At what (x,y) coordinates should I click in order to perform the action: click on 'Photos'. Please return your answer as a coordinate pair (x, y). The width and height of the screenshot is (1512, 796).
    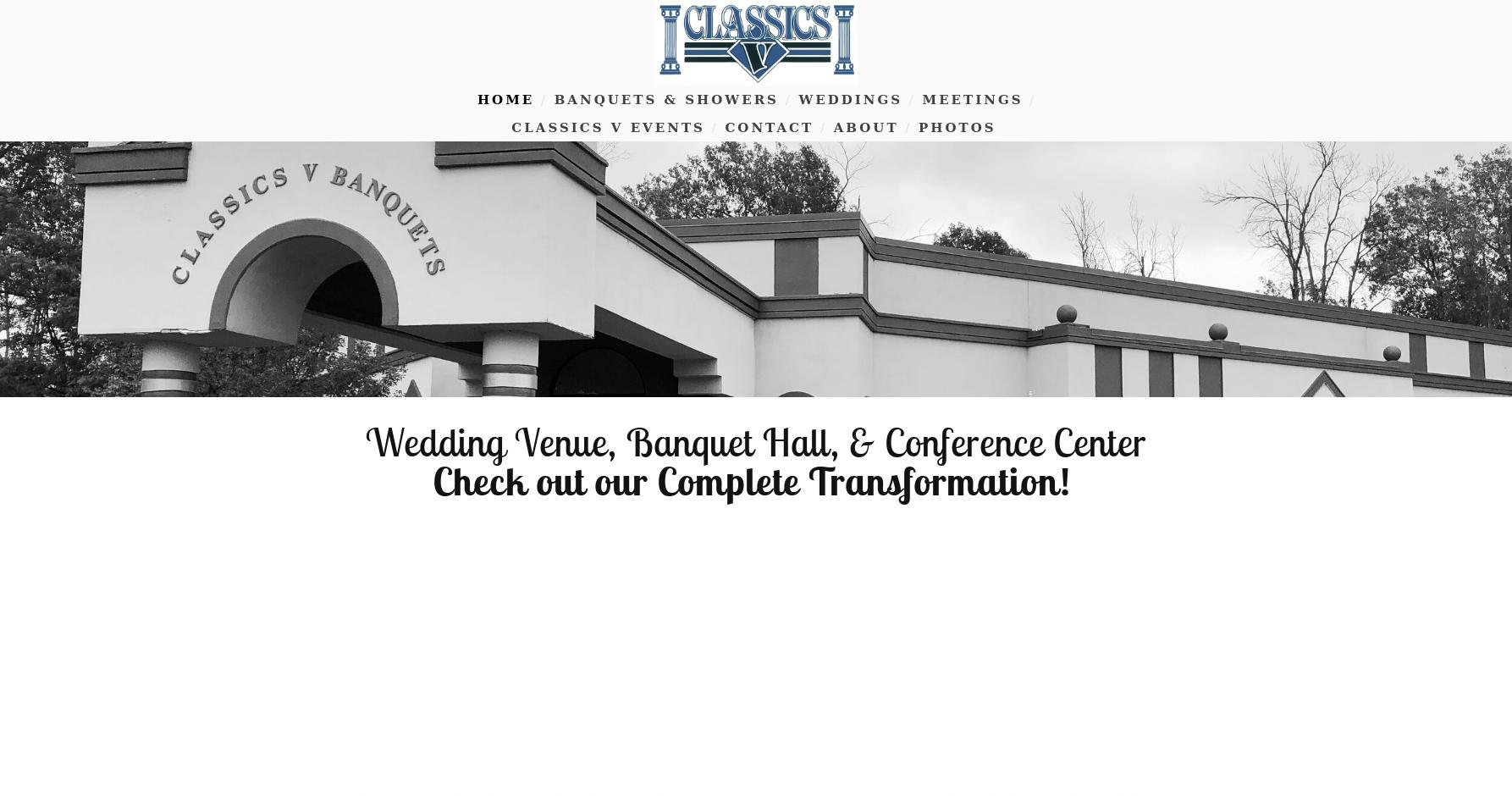
    Looking at the image, I should click on (956, 126).